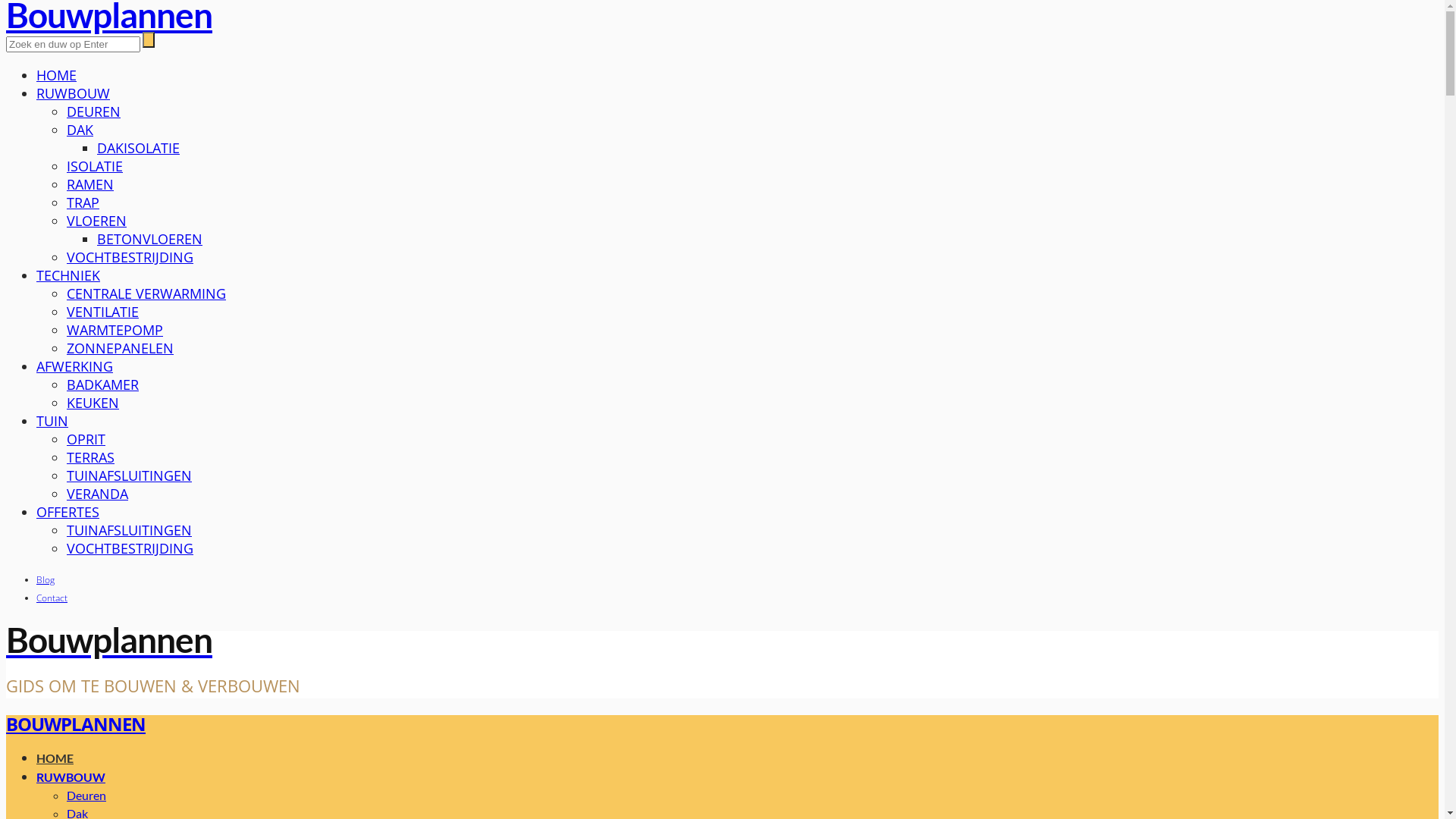 Image resolution: width=1456 pixels, height=819 pixels. Describe the element at coordinates (85, 438) in the screenshot. I see `'OPRIT'` at that location.